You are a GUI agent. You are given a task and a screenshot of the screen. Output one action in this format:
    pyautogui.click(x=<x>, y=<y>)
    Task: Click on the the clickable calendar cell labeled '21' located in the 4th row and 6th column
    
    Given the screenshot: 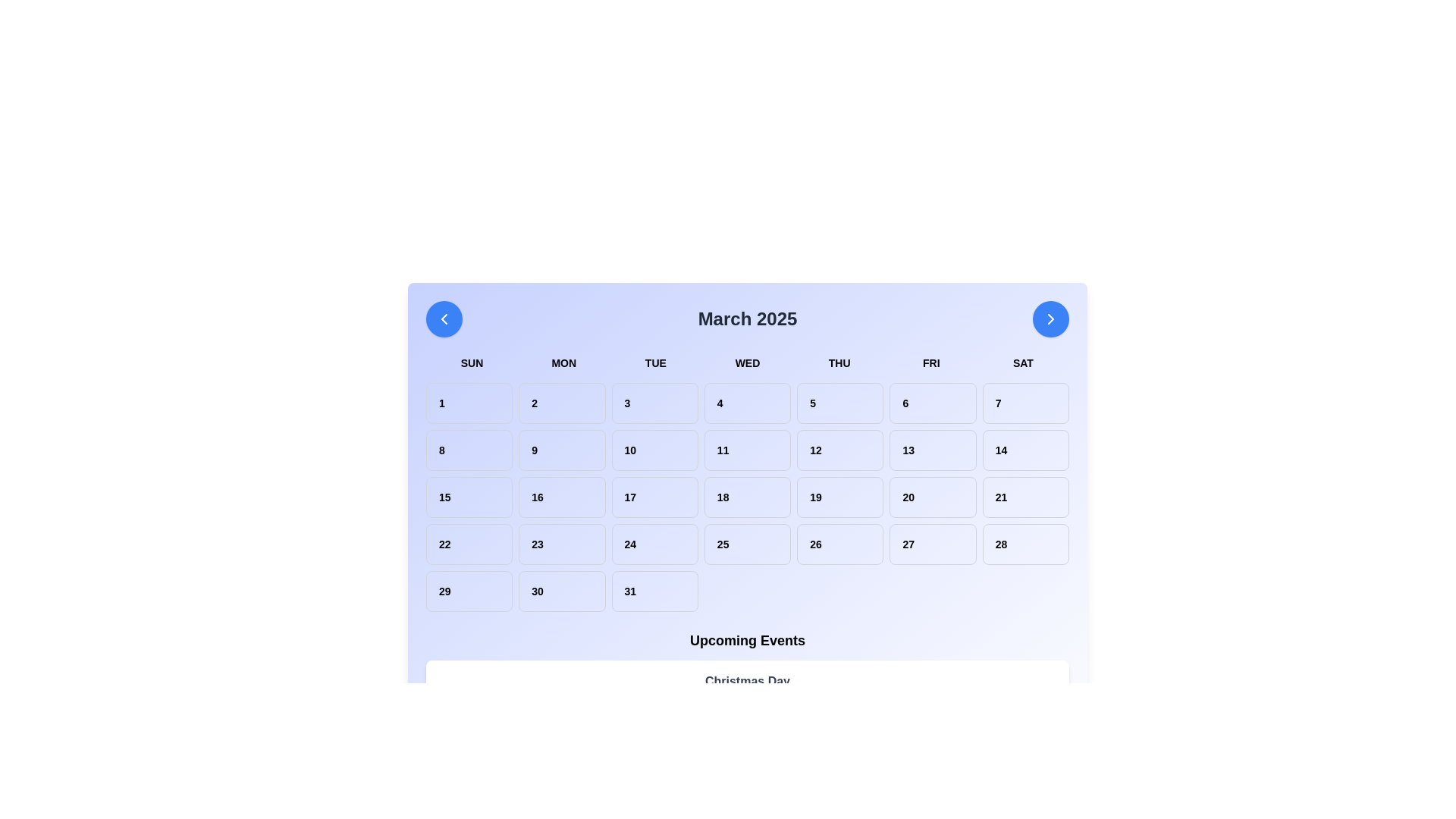 What is the action you would take?
    pyautogui.click(x=1025, y=497)
    